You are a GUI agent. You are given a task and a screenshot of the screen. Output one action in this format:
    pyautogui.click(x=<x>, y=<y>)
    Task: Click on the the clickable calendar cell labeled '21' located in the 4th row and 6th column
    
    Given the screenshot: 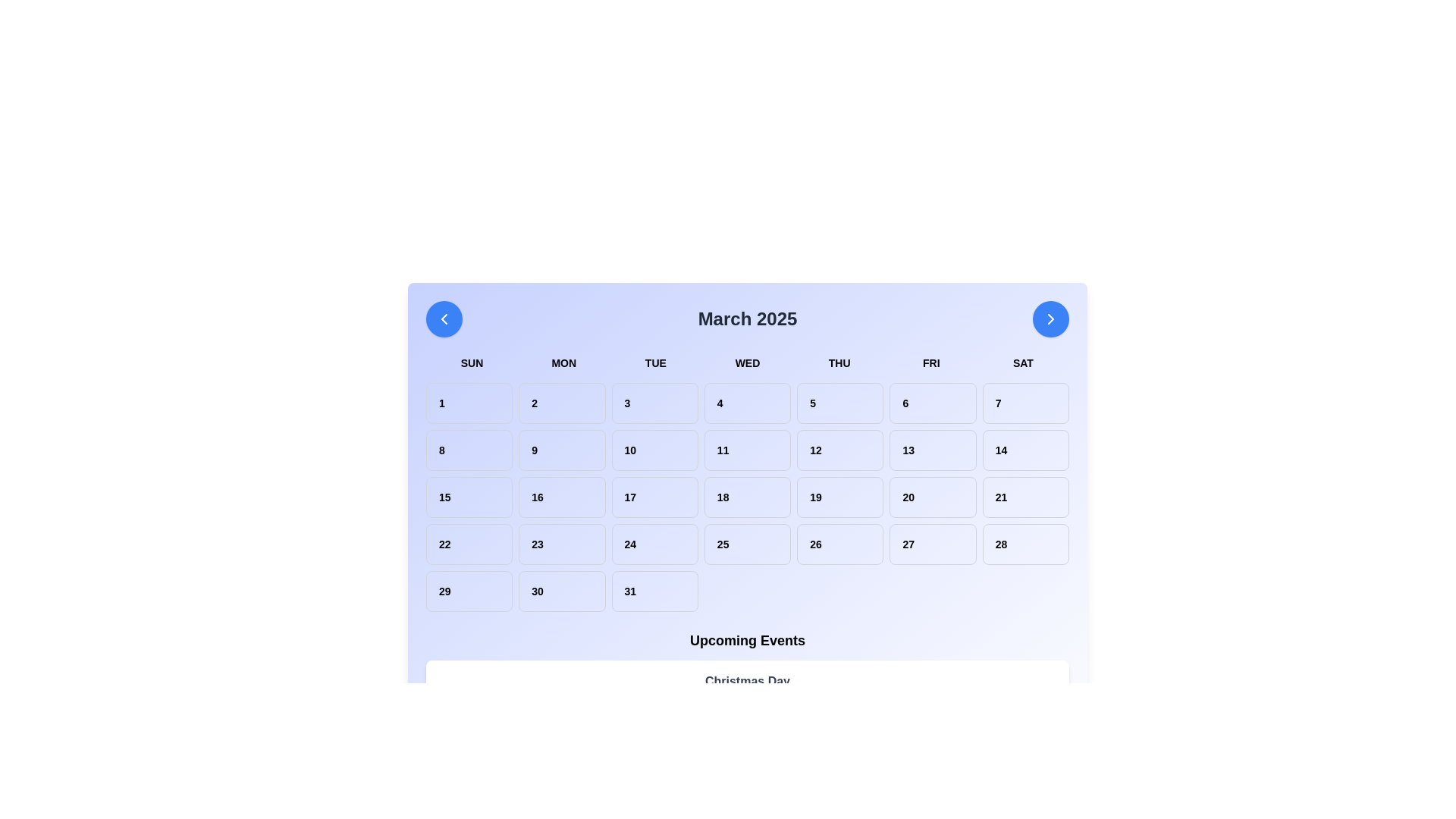 What is the action you would take?
    pyautogui.click(x=1025, y=497)
    